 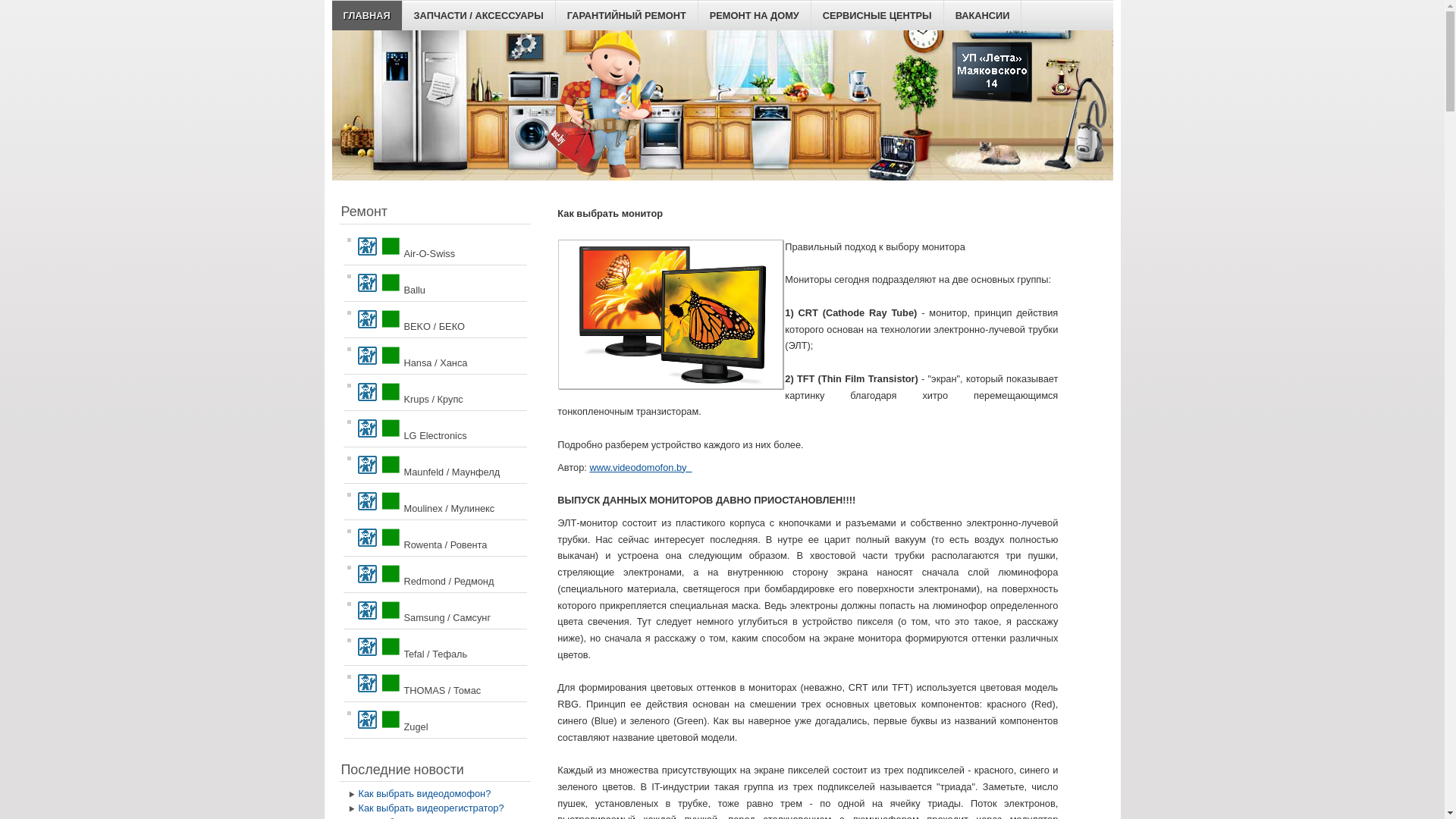 I want to click on 'www.videodomofon.by  ', so click(x=640, y=466).